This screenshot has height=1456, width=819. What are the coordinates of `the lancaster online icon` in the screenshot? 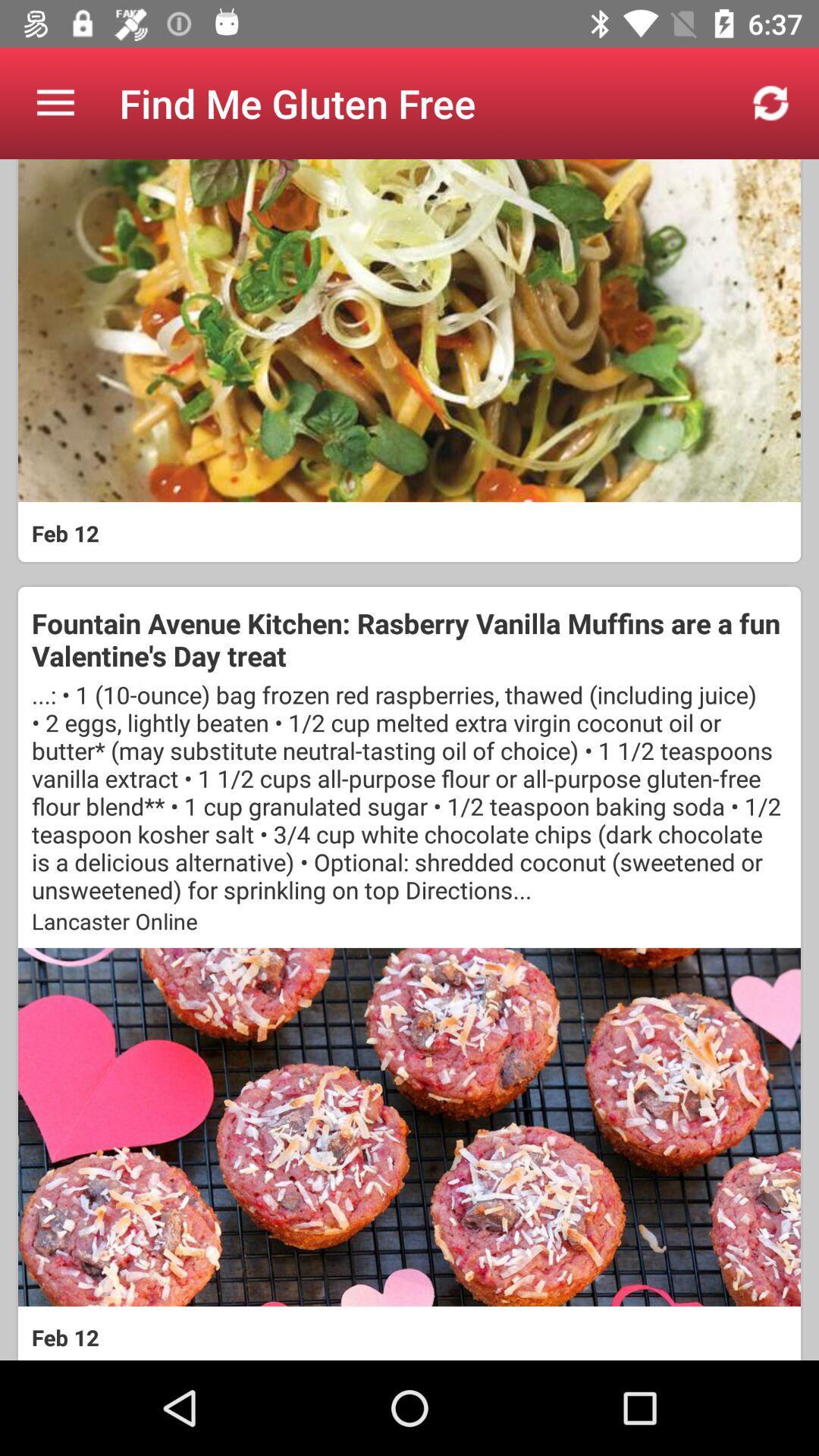 It's located at (409, 920).